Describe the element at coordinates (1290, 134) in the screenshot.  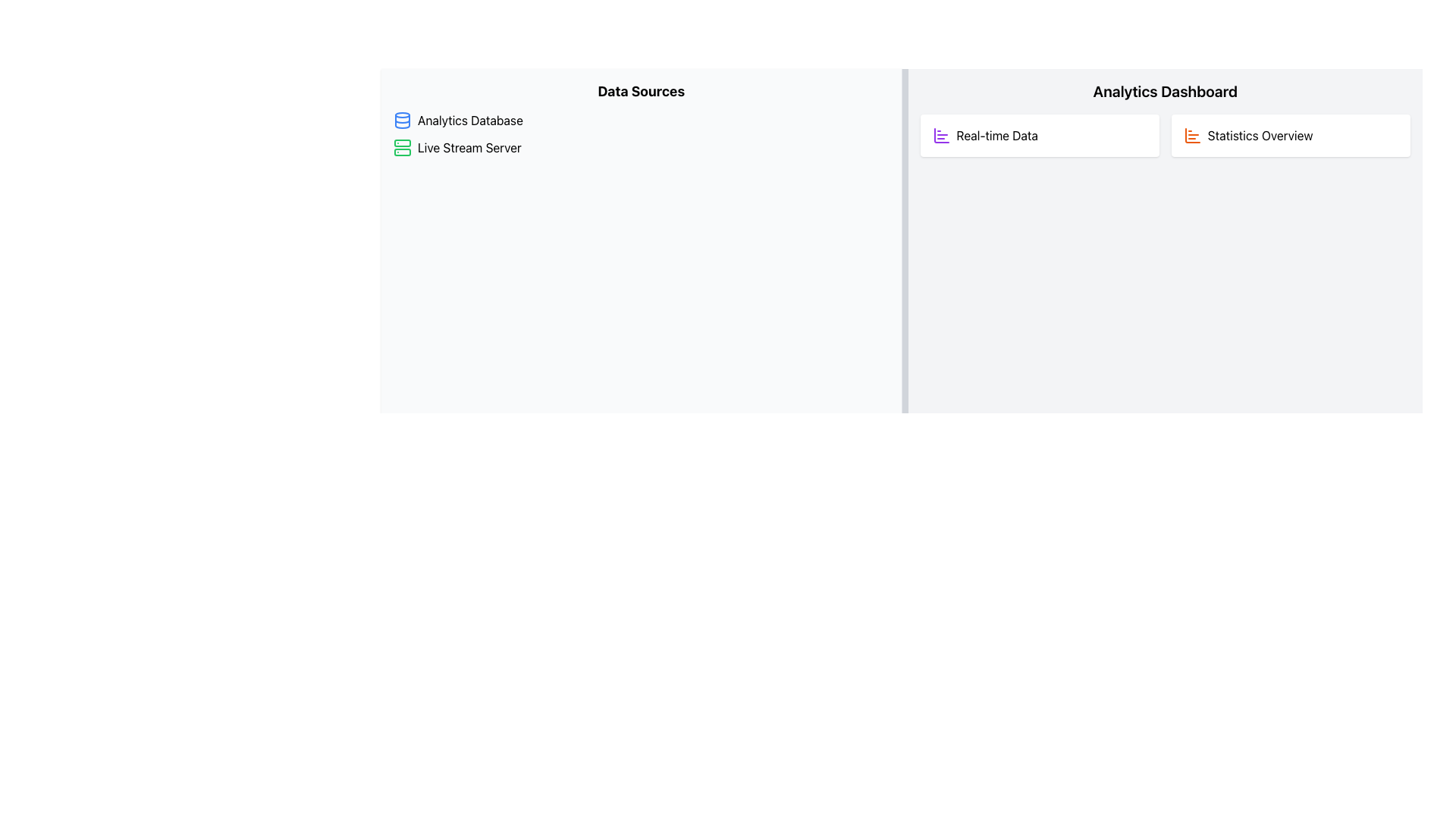
I see `the 'Statistics Overview' informative display, which features a white background, rounded corners, and an orange bar chart icon on the left, located in the 'Analytics Dashboard' section` at that location.